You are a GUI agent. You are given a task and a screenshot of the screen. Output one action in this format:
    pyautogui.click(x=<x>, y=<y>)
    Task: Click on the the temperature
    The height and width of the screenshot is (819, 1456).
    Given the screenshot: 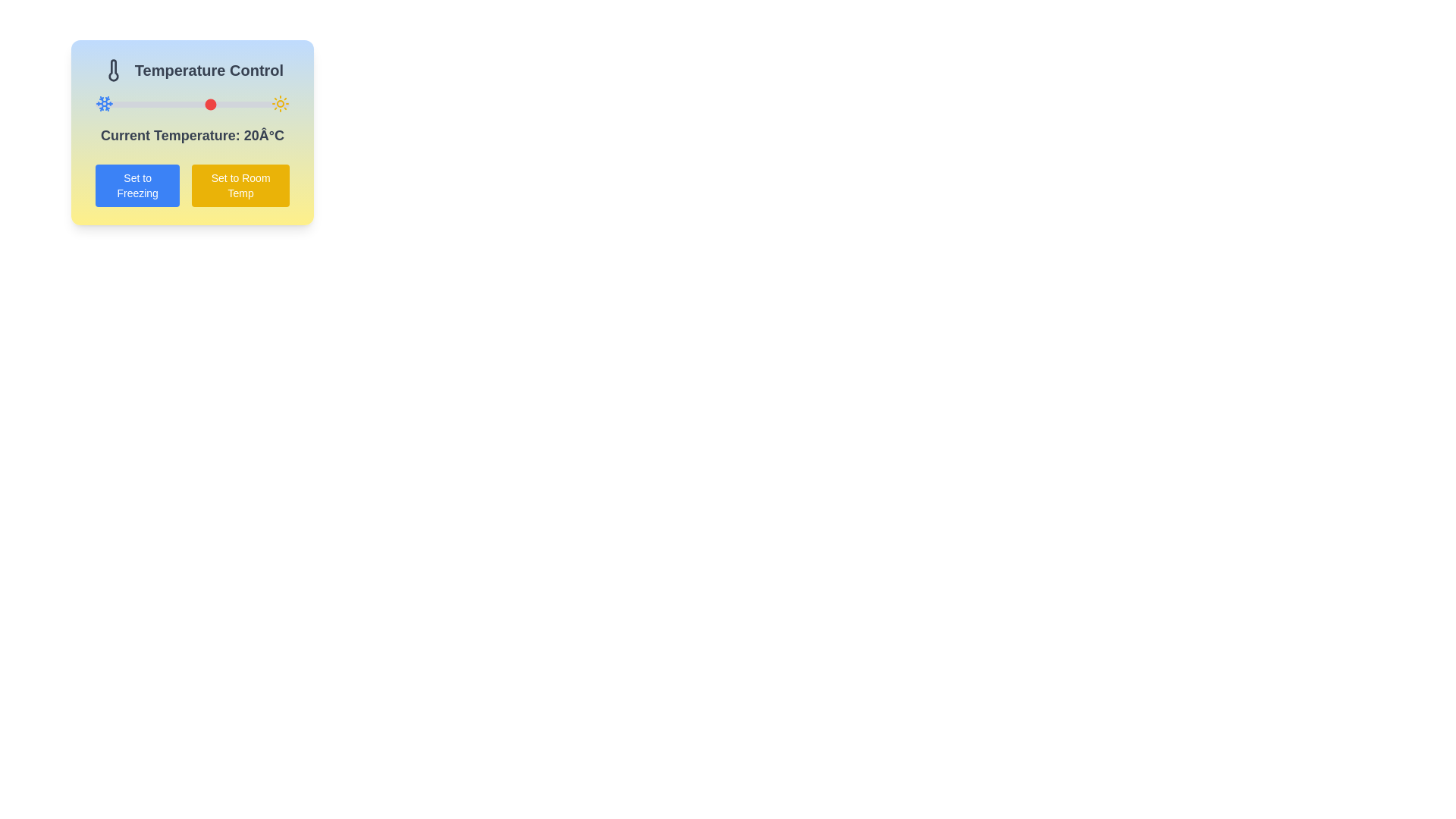 What is the action you would take?
    pyautogui.click(x=153, y=104)
    